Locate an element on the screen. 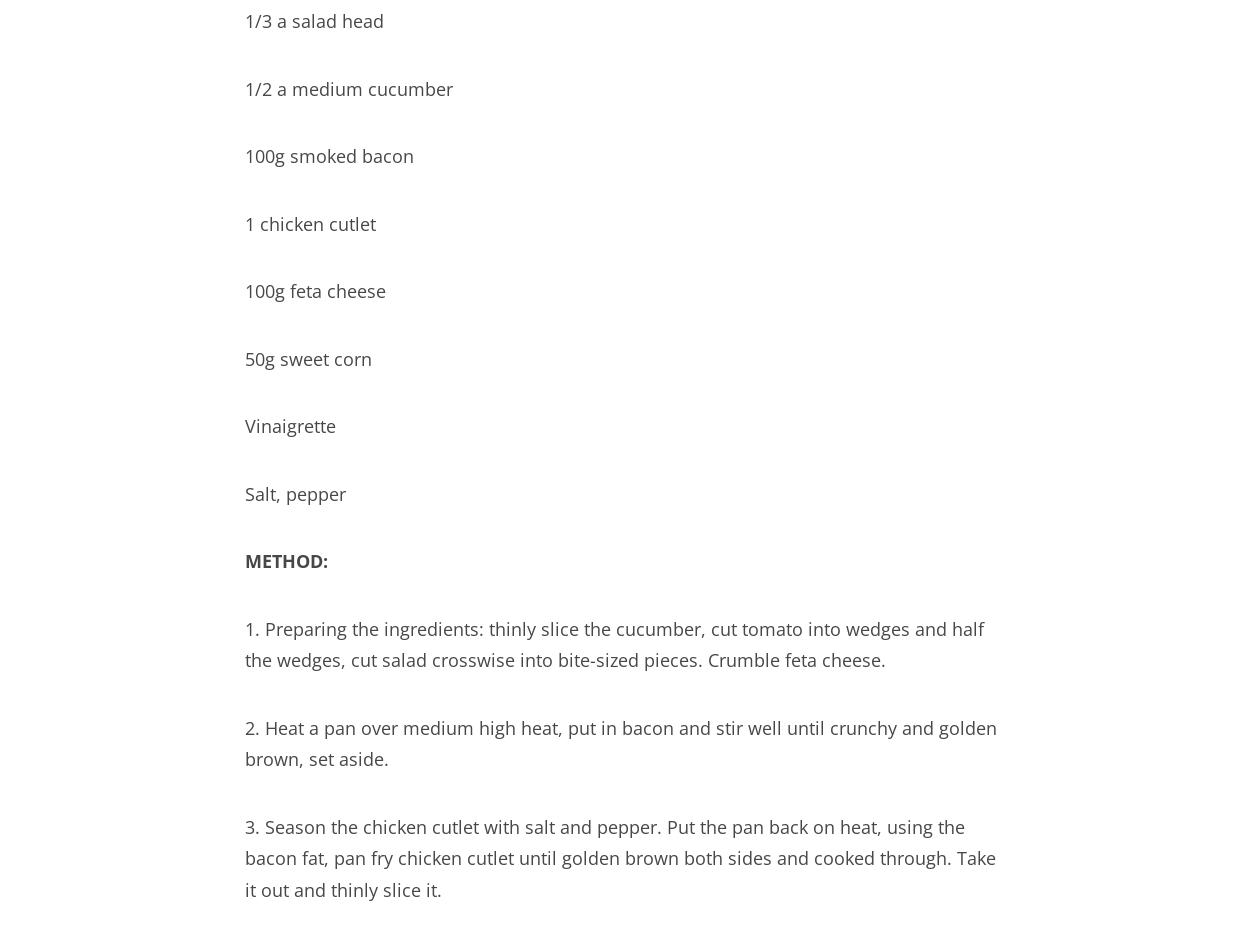 This screenshot has width=1250, height=942. '1 chicken cutlet' is located at coordinates (310, 222).